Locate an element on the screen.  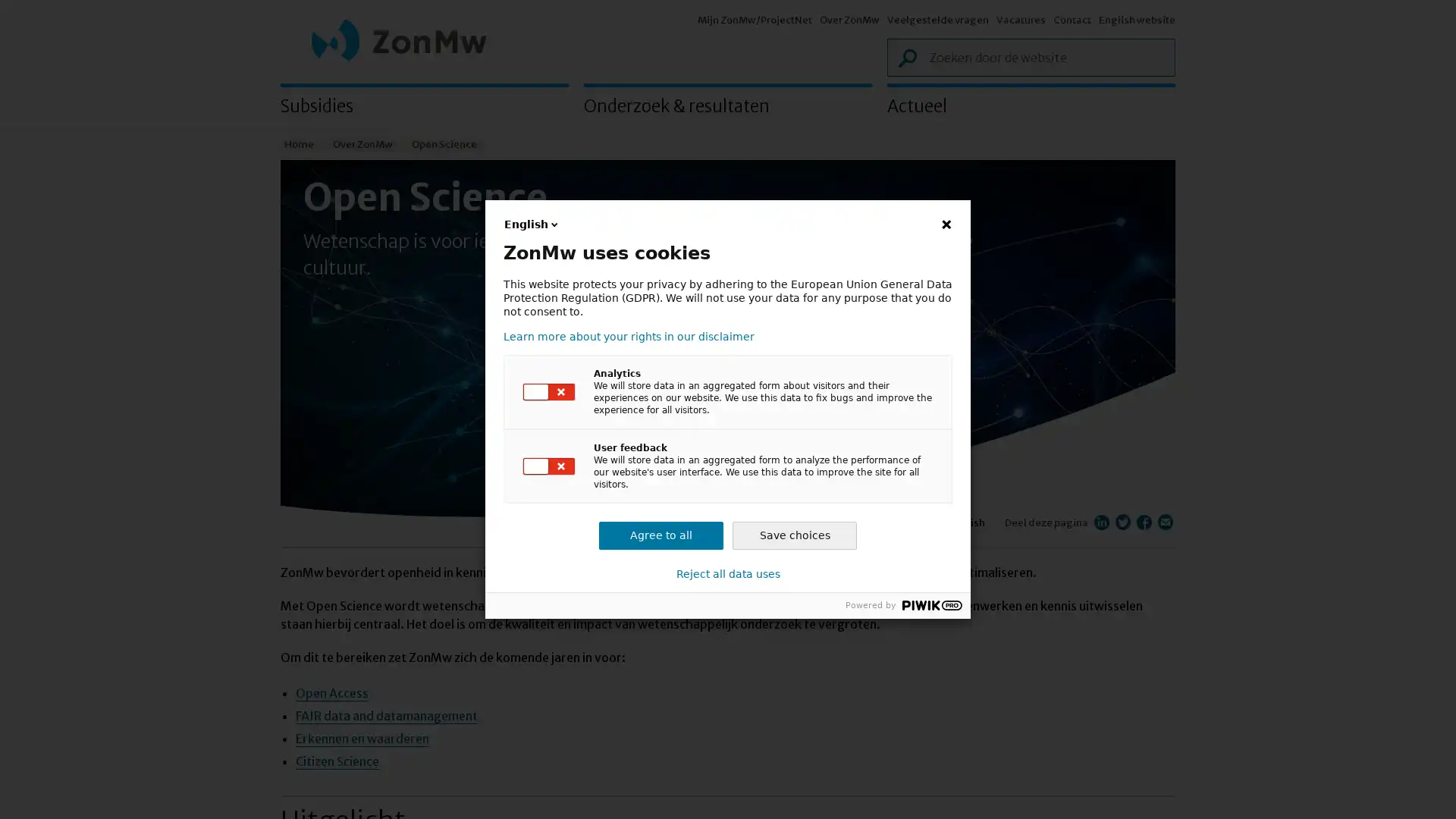
Zoek is located at coordinates (907, 57).